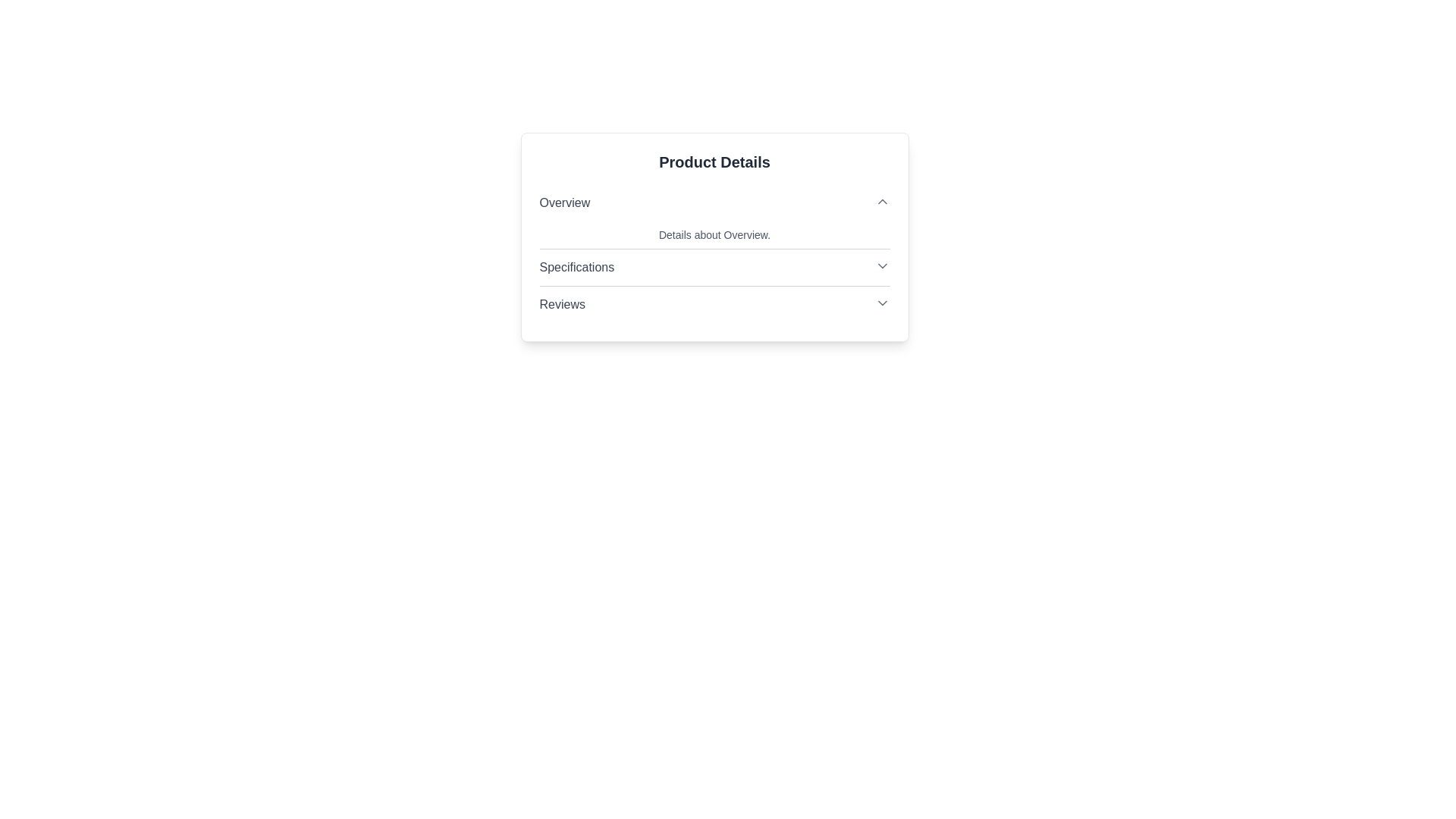 The width and height of the screenshot is (1456, 819). What do you see at coordinates (714, 267) in the screenshot?
I see `the second interactive row in the 'Product Details' section` at bounding box center [714, 267].